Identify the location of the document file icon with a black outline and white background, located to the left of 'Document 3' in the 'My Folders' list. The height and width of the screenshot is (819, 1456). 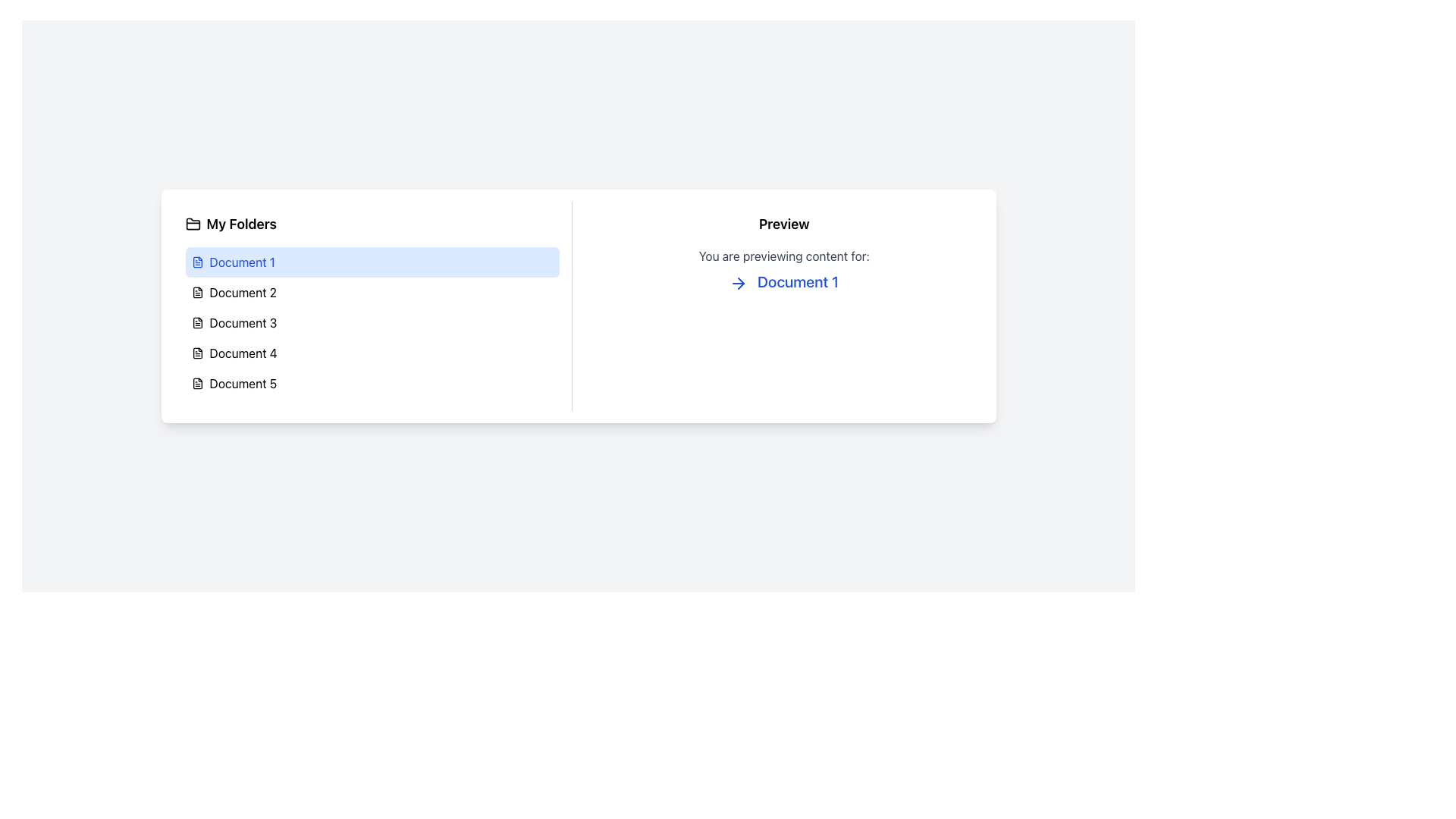
(196, 322).